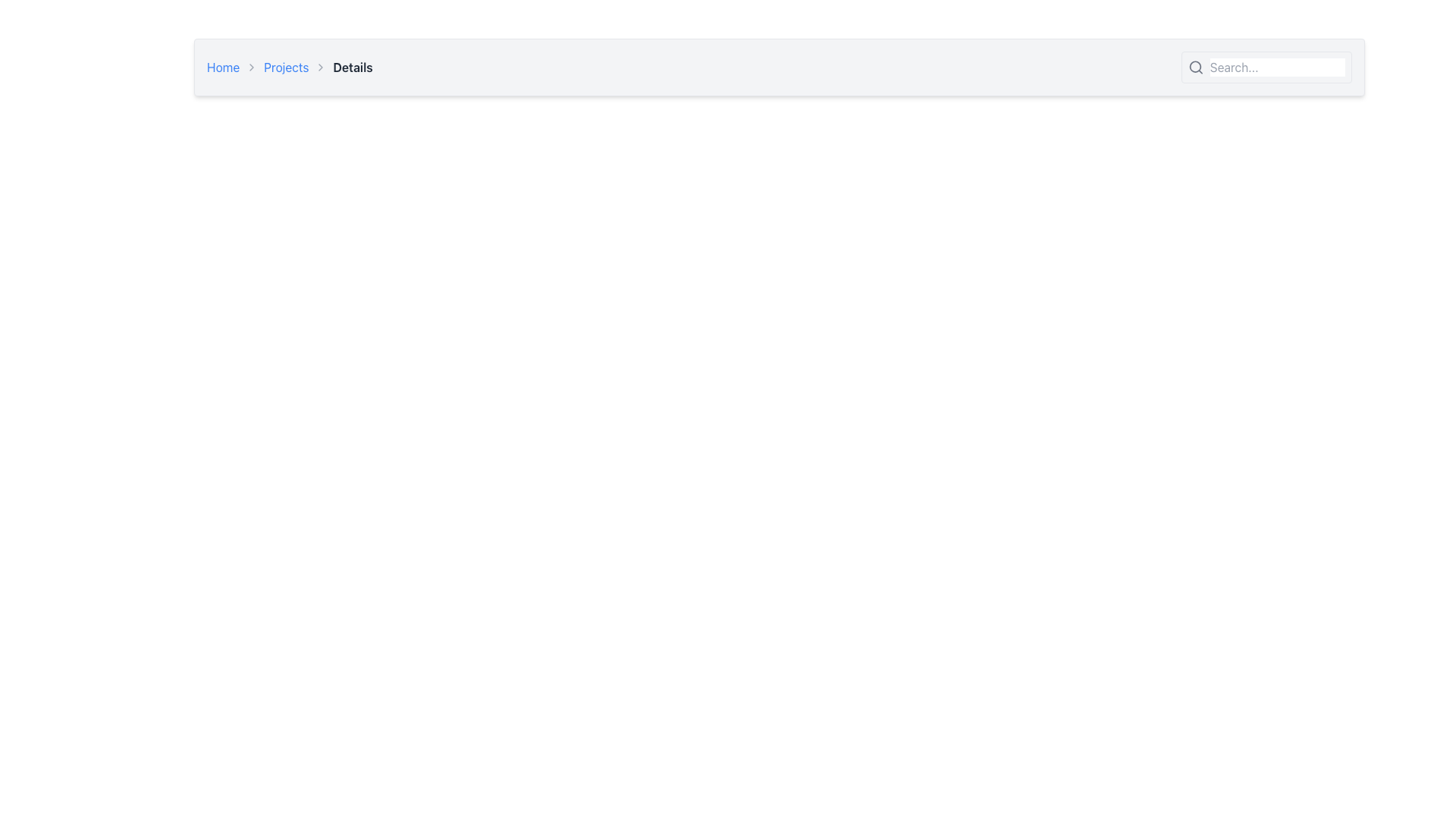 The width and height of the screenshot is (1456, 819). What do you see at coordinates (222, 66) in the screenshot?
I see `the 'Home' hyperlink in the breadcrumb navigation bar` at bounding box center [222, 66].